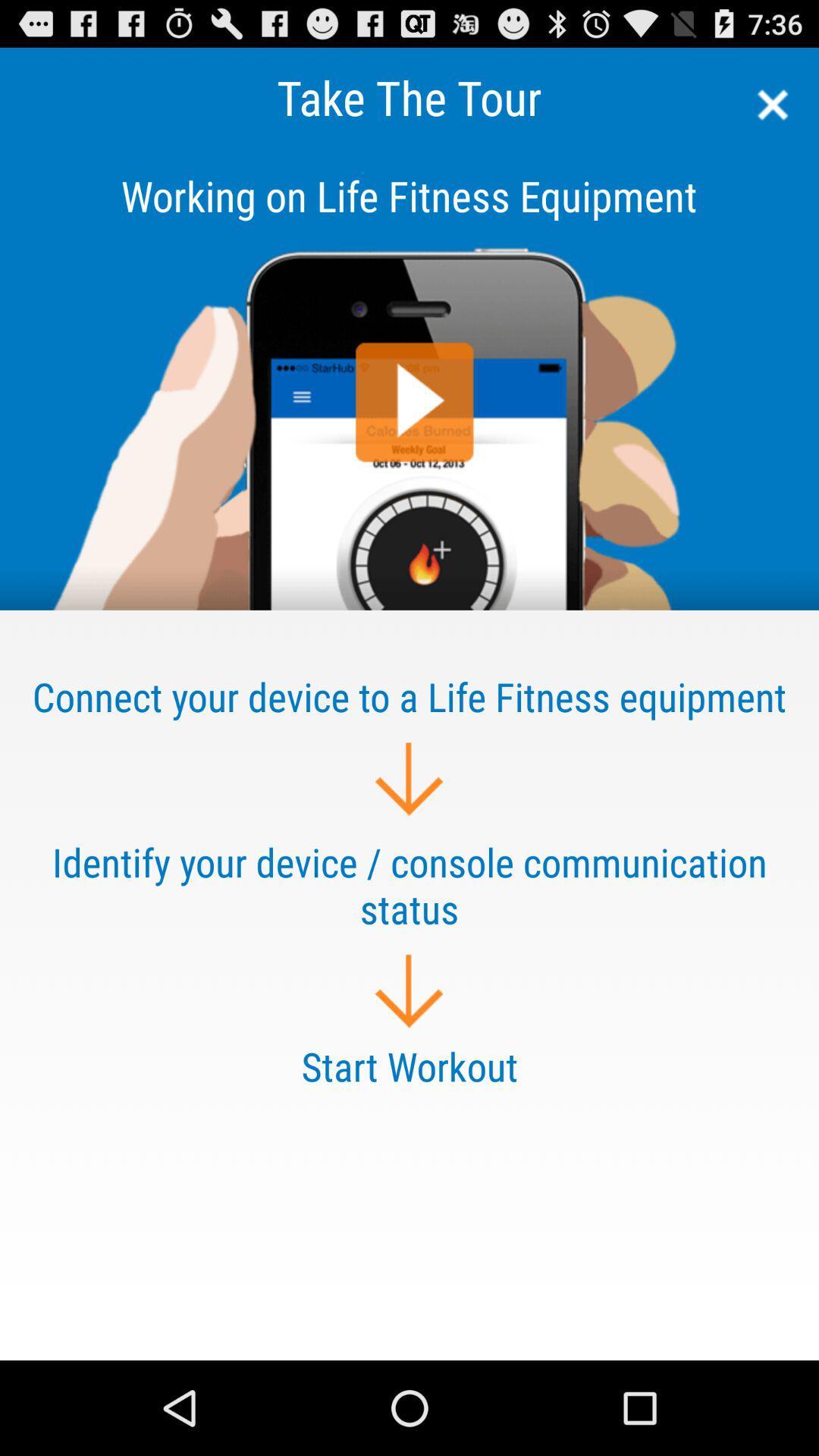  What do you see at coordinates (409, 378) in the screenshot?
I see `share article` at bounding box center [409, 378].